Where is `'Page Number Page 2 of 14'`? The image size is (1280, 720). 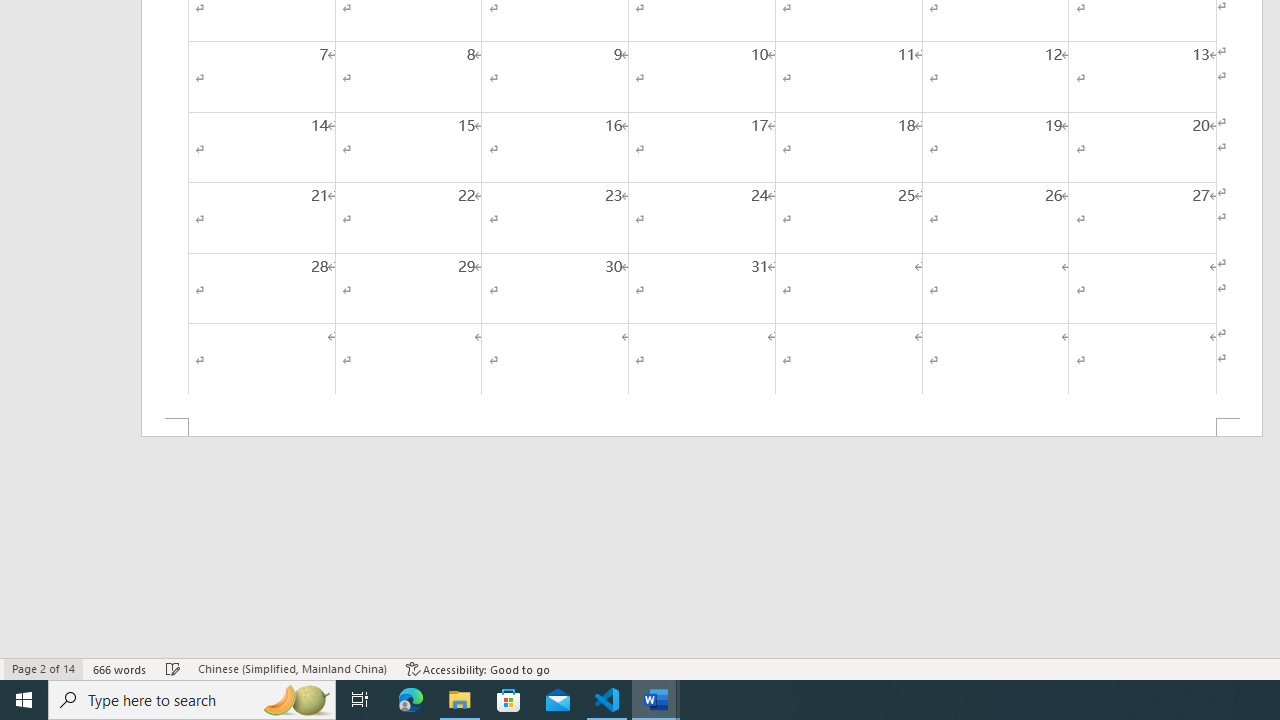 'Page Number Page 2 of 14' is located at coordinates (43, 669).